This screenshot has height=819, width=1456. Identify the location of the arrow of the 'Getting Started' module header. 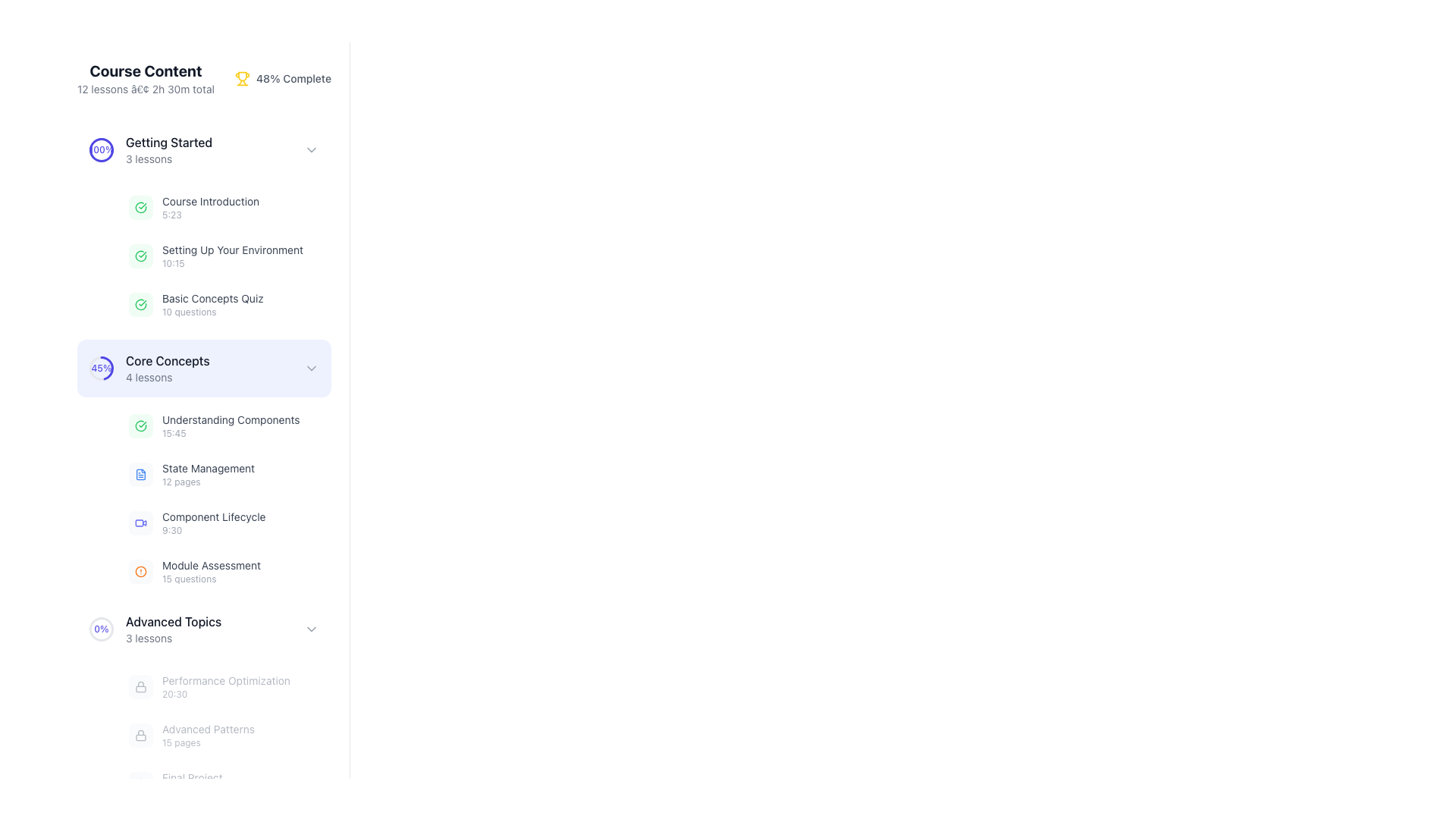
(203, 149).